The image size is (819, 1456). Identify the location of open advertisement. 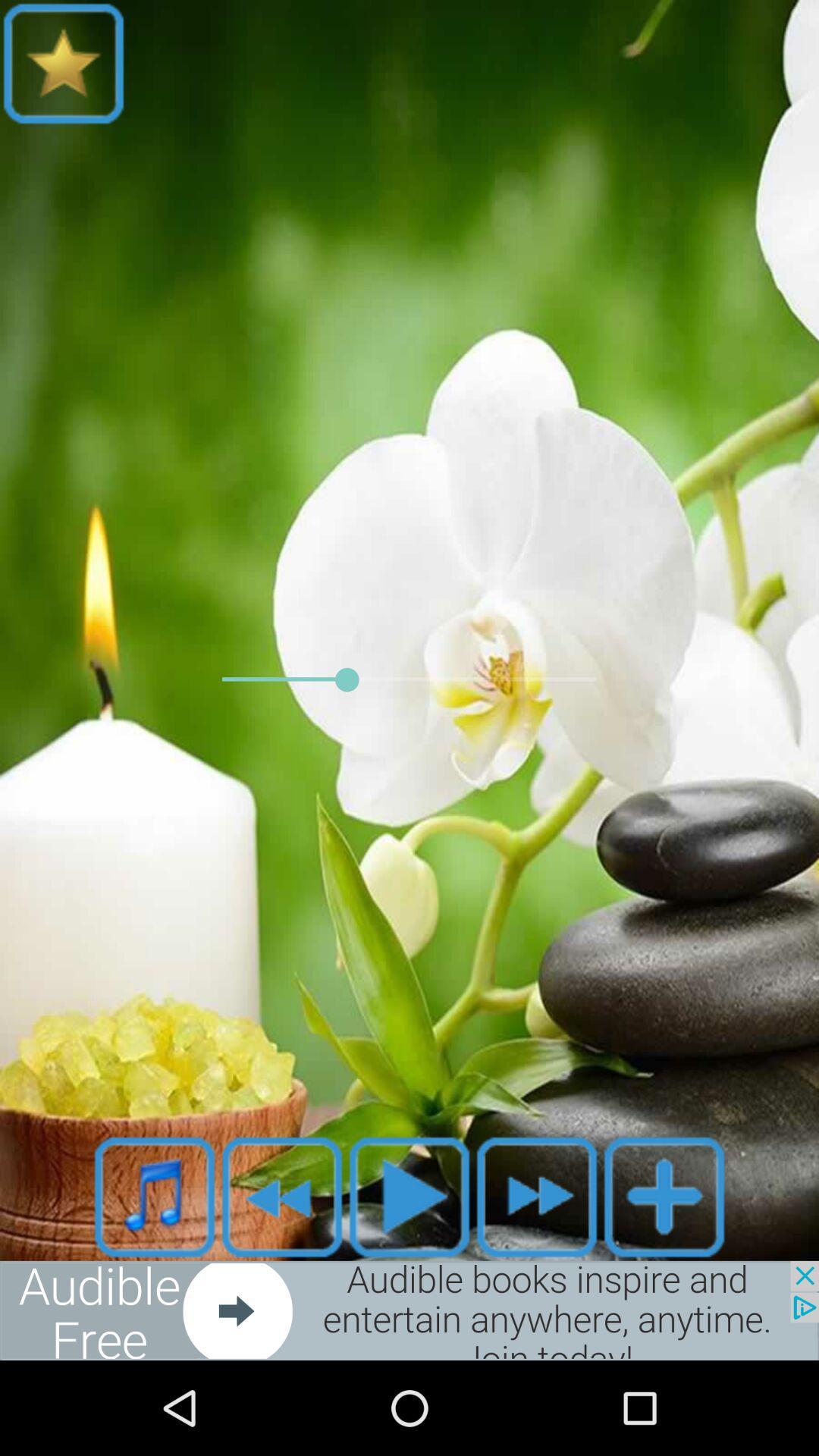
(409, 1310).